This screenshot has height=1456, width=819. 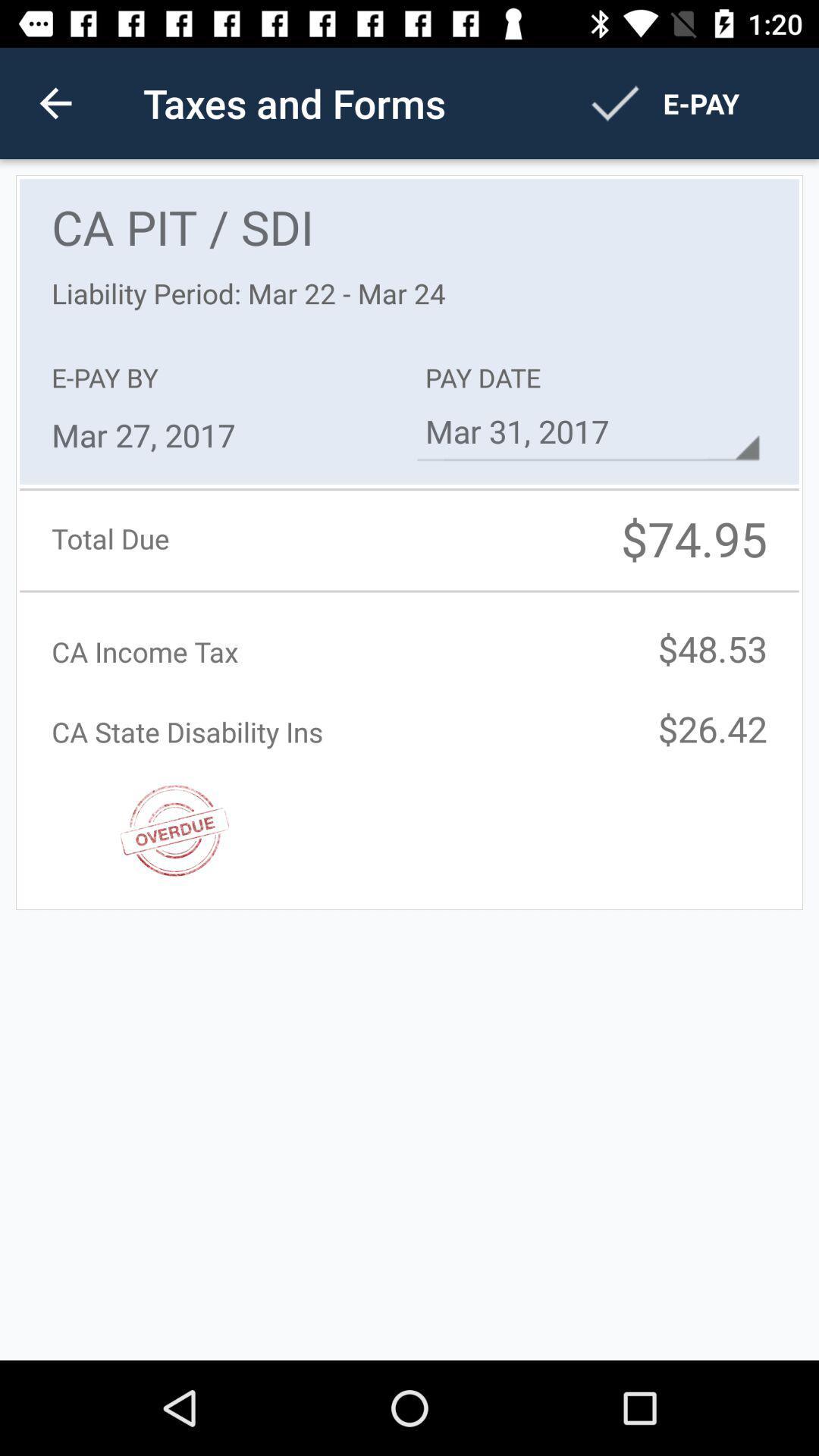 I want to click on the icon next to the taxes and forms item, so click(x=55, y=102).